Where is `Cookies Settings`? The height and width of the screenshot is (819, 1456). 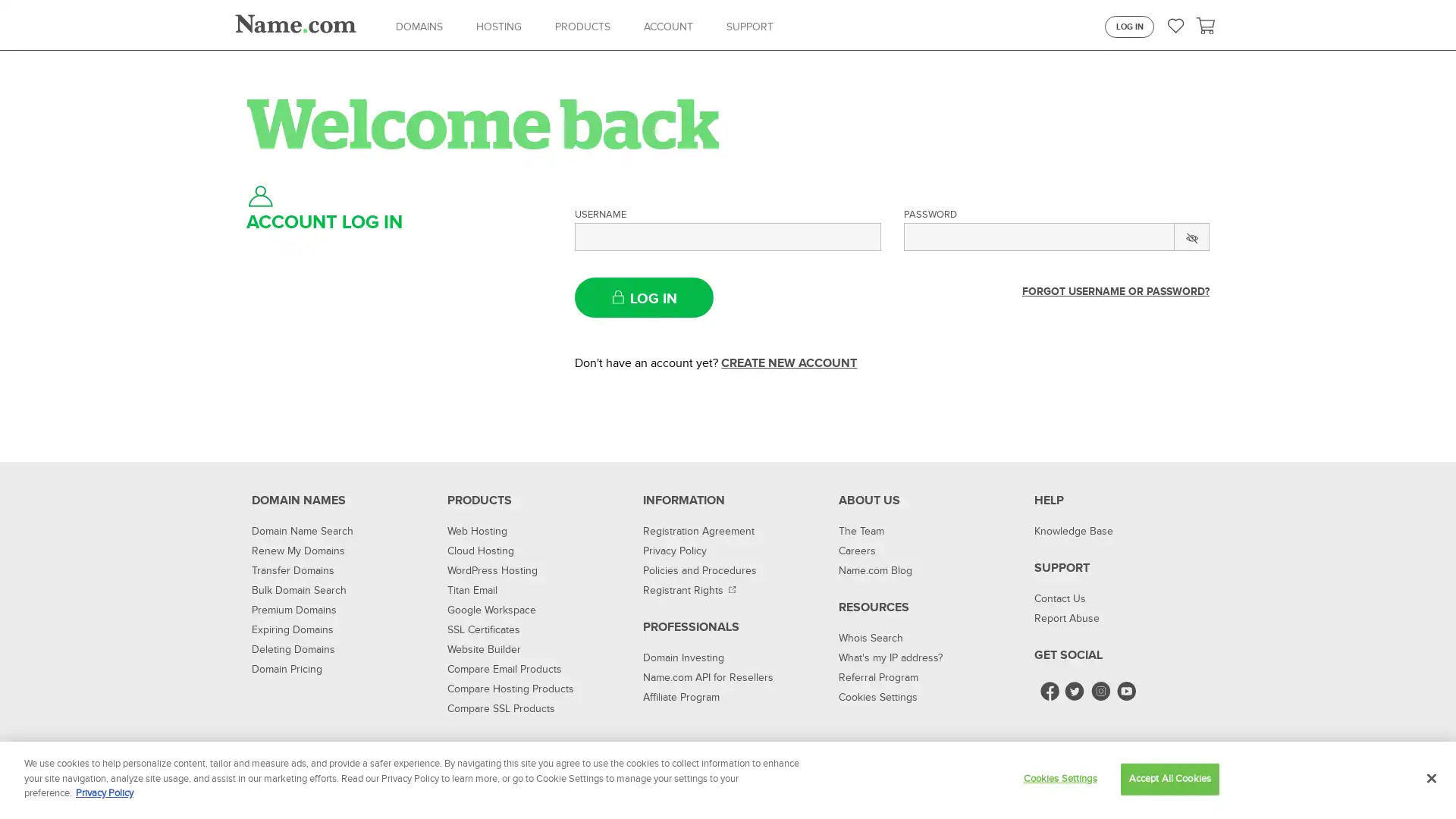
Cookies Settings is located at coordinates (1059, 778).